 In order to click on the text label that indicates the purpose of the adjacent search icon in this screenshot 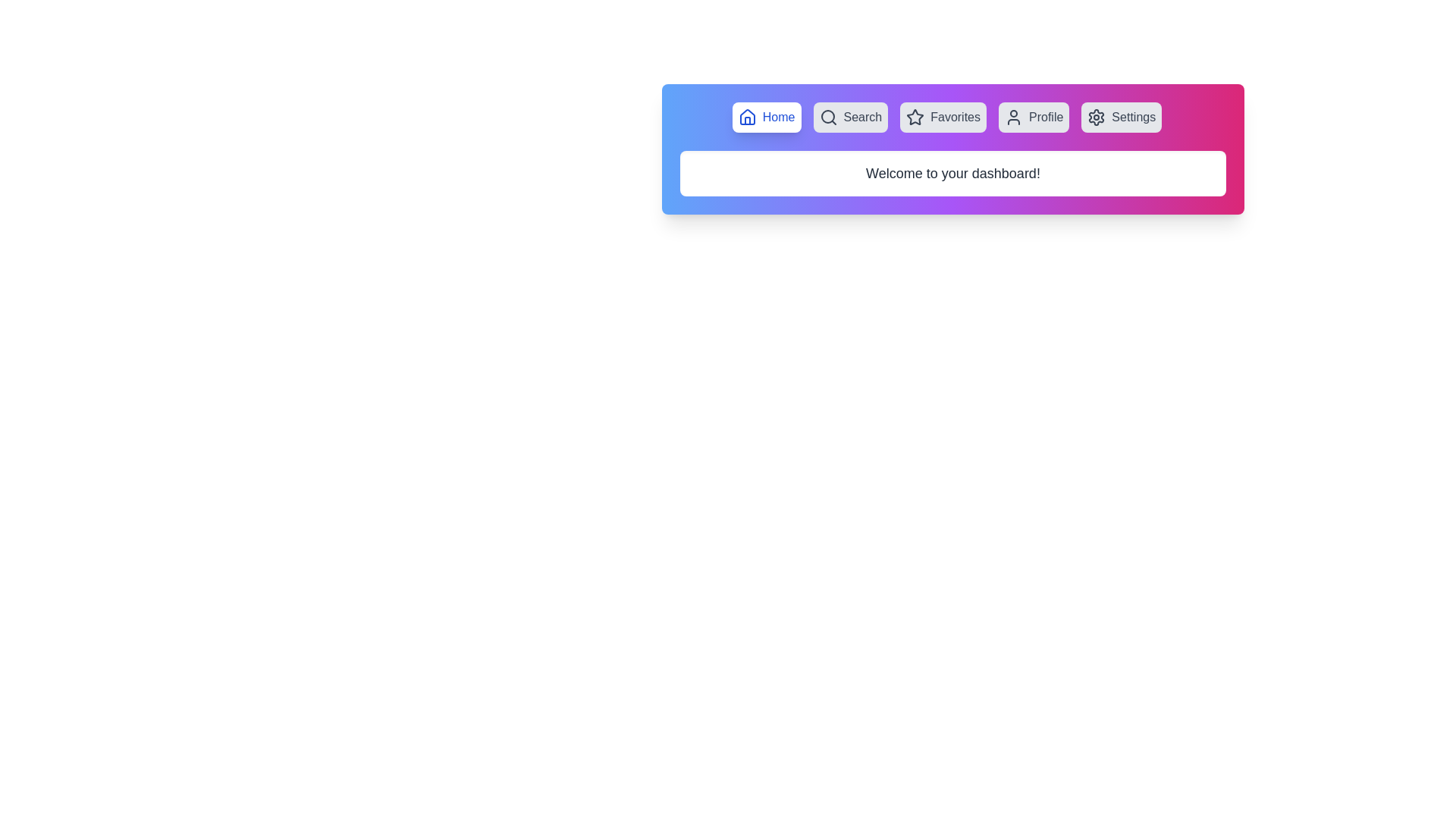, I will do `click(862, 116)`.